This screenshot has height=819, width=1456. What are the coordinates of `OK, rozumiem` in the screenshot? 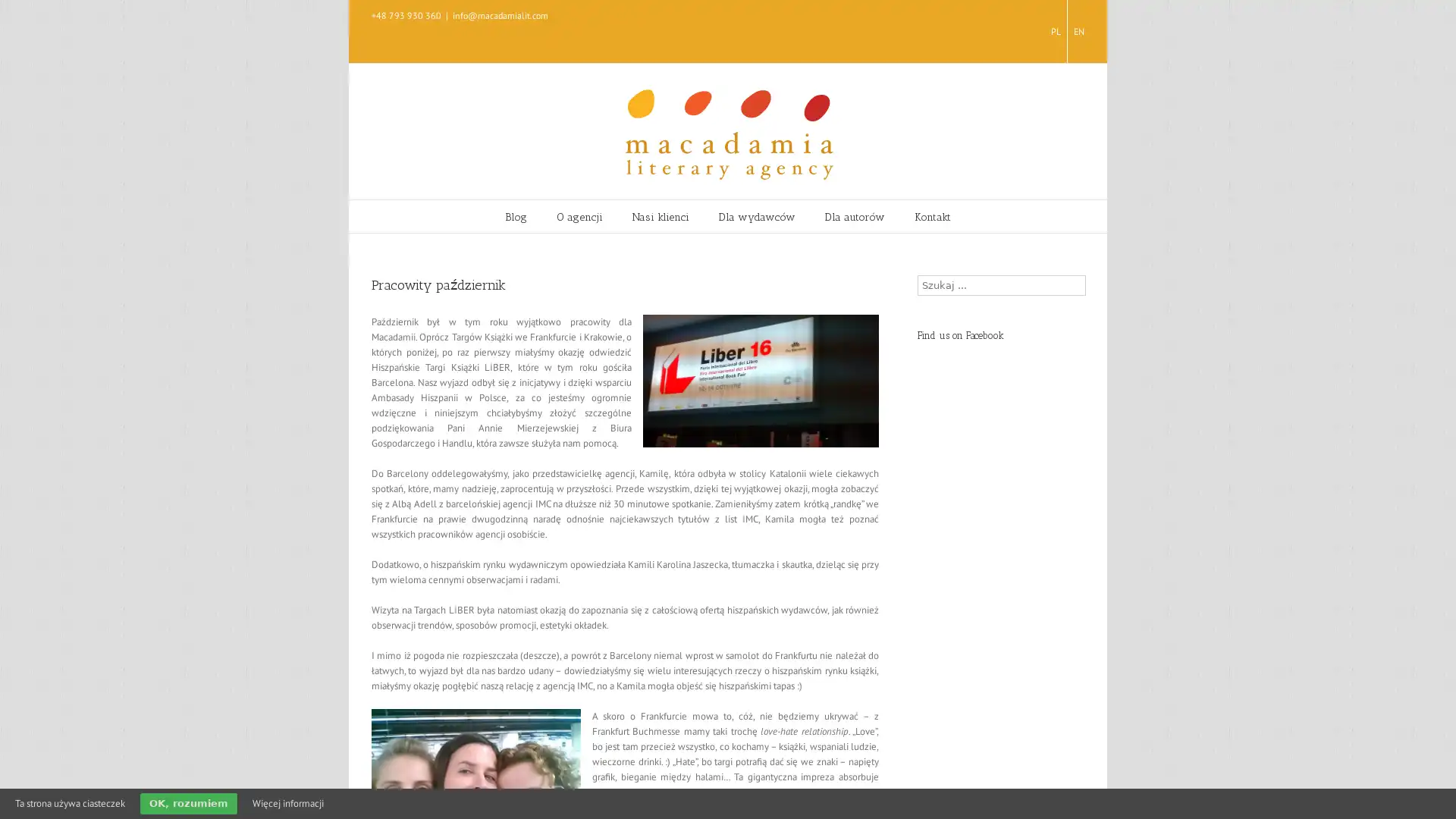 It's located at (188, 803).